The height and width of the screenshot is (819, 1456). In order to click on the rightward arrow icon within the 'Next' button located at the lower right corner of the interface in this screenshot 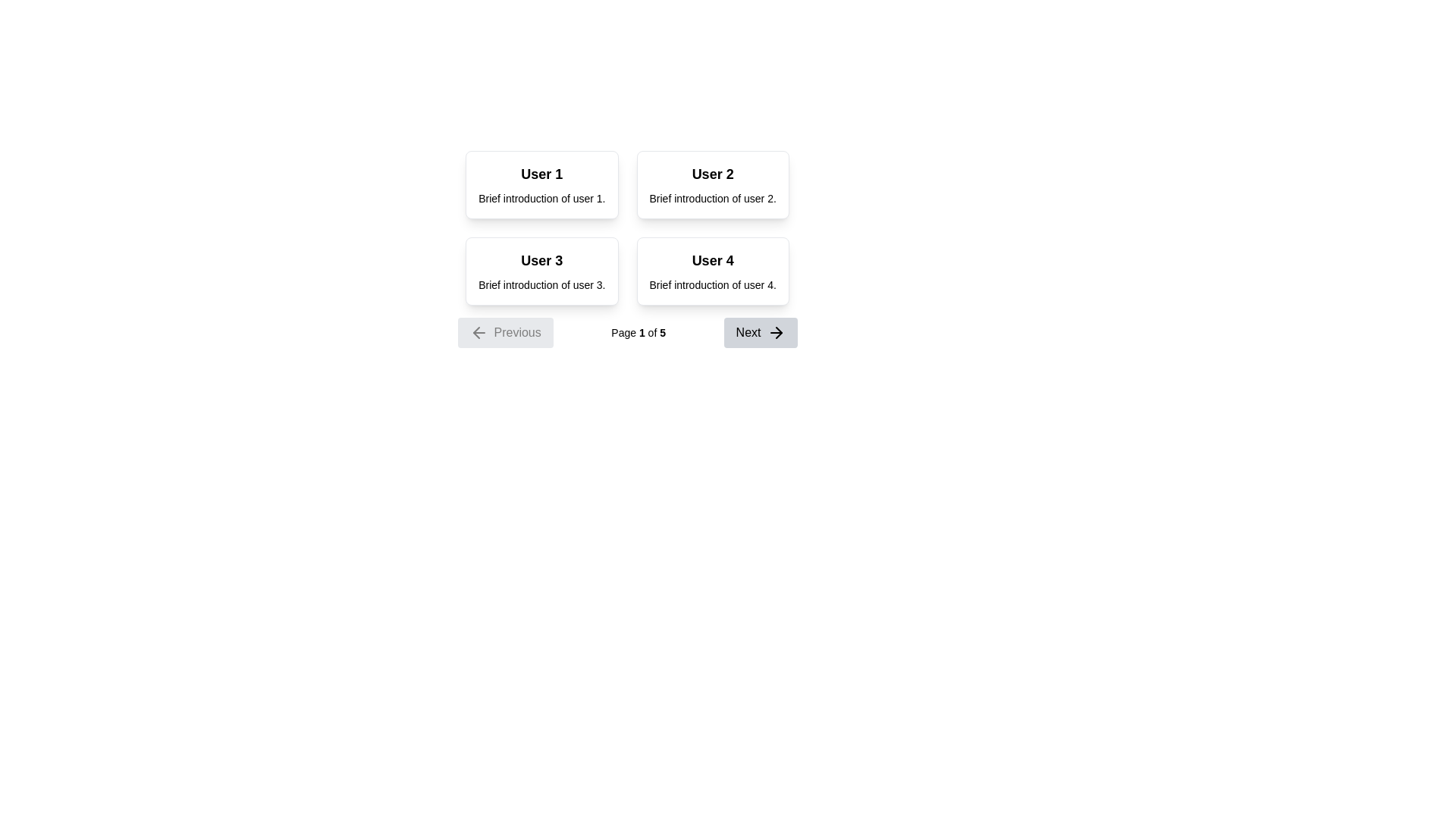, I will do `click(779, 332)`.